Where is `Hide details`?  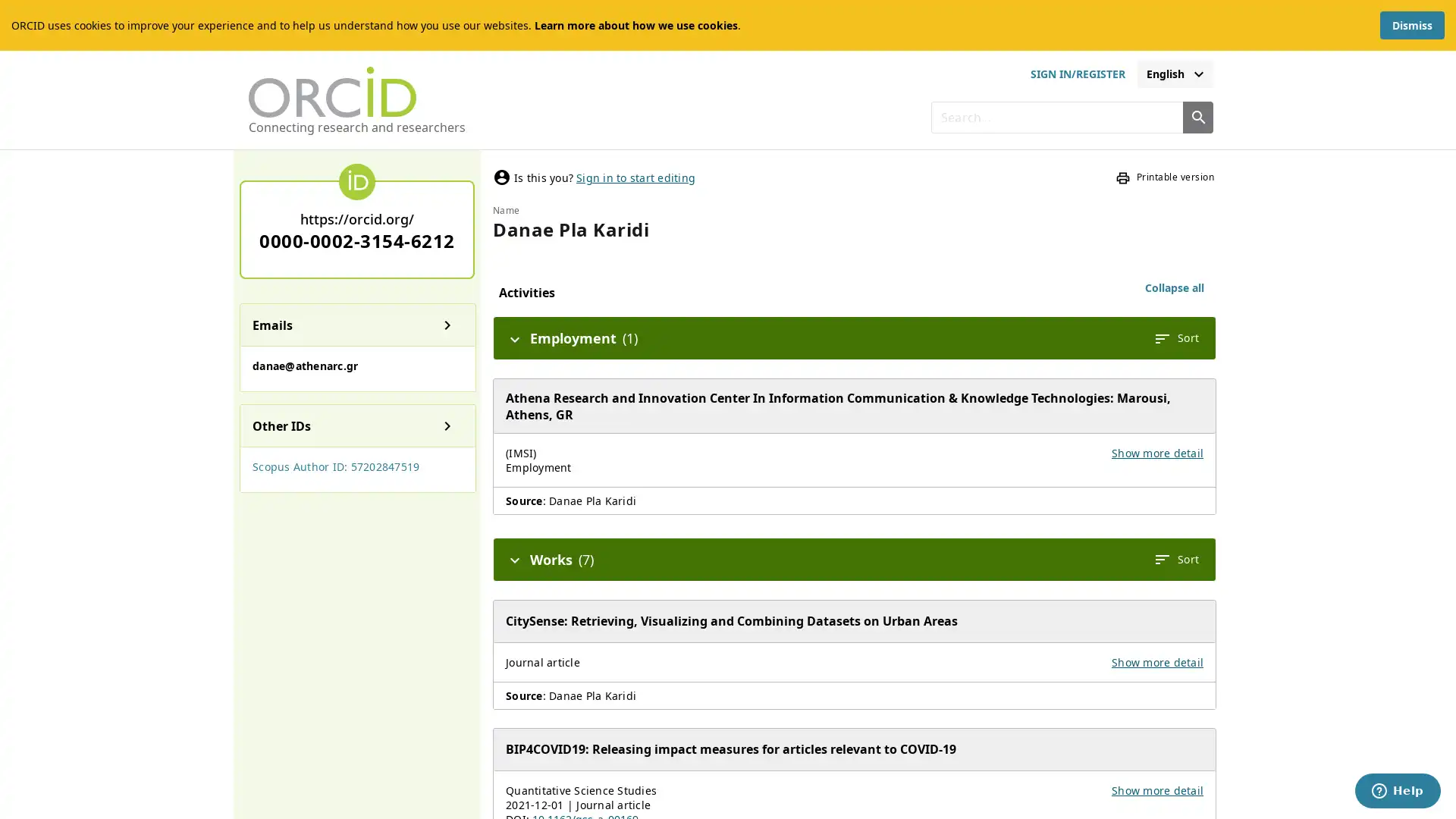
Hide details is located at coordinates (514, 337).